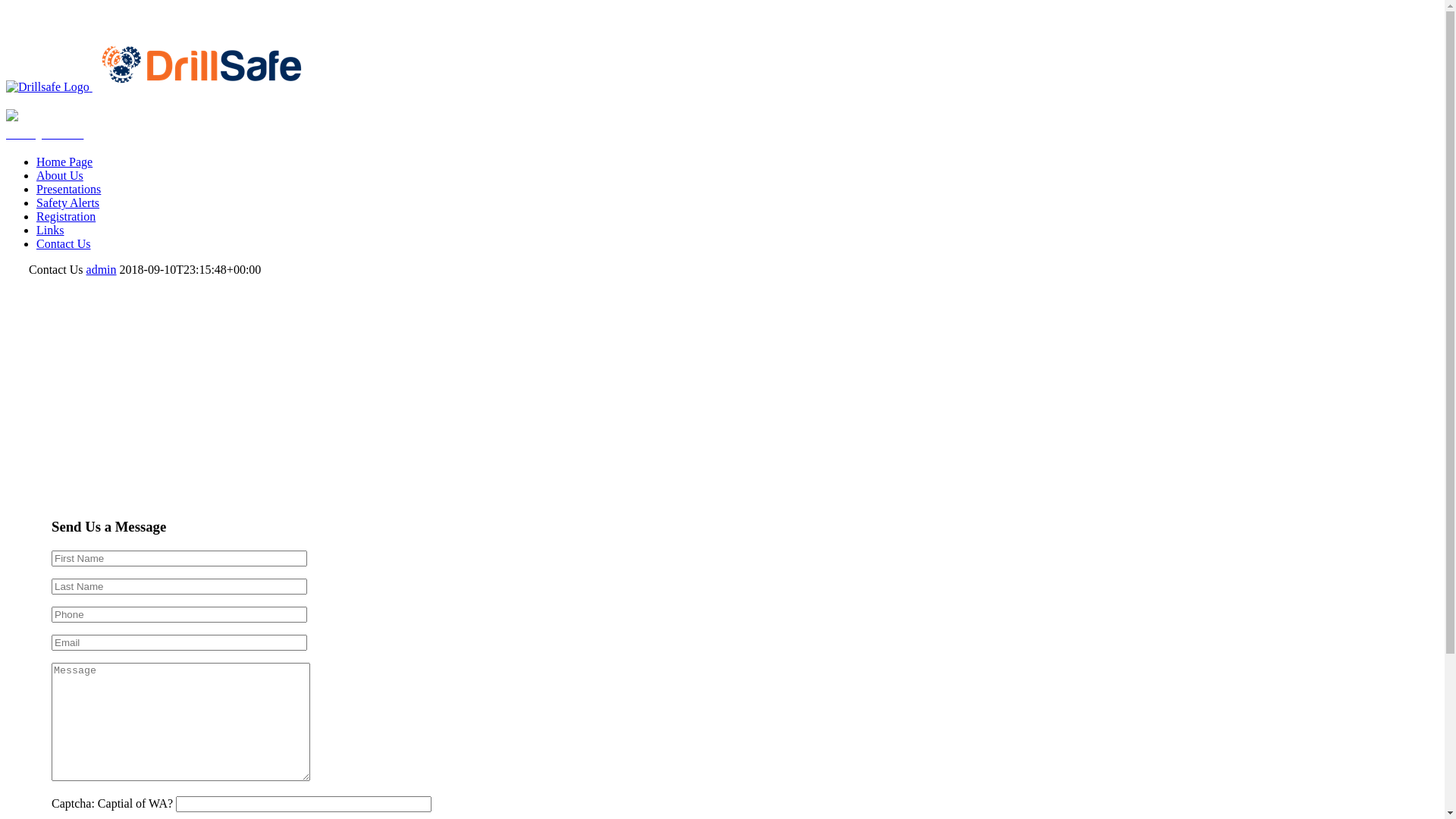  Describe the element at coordinates (62, 243) in the screenshot. I see `'Contact Us'` at that location.